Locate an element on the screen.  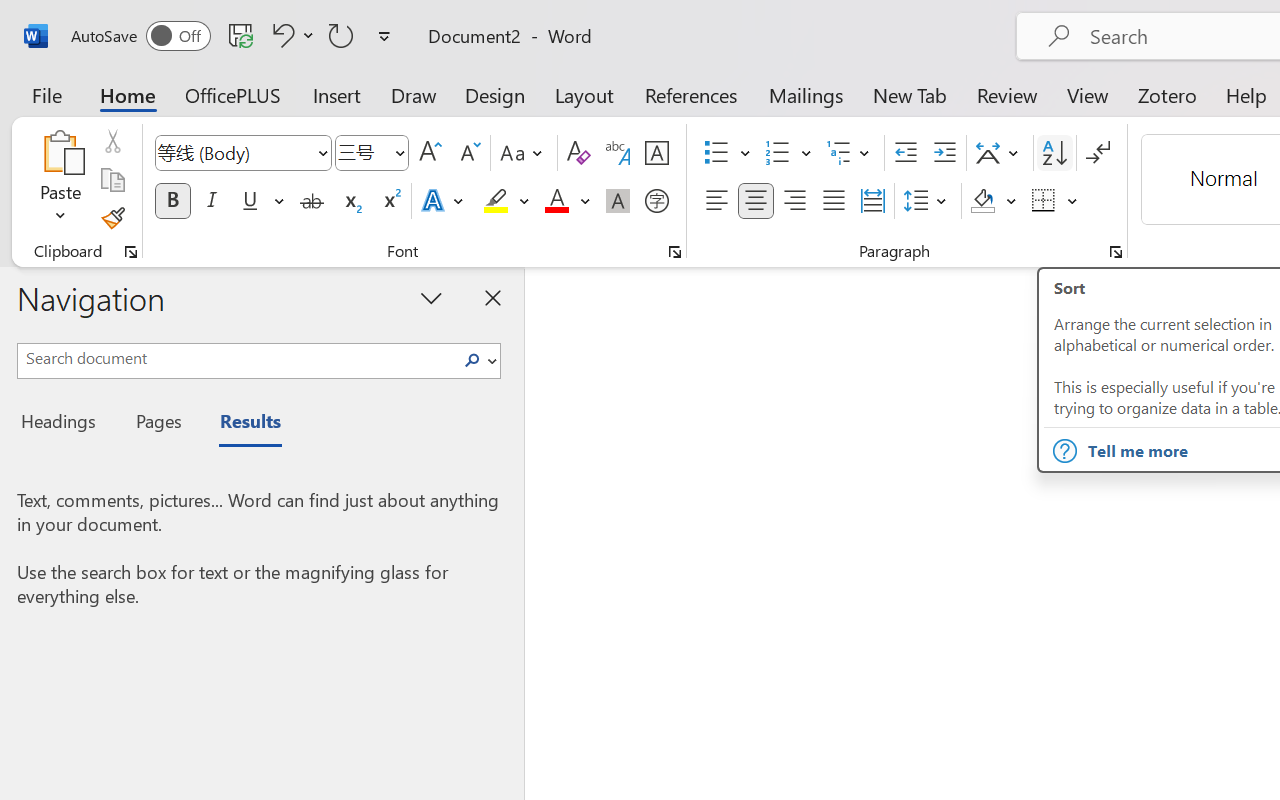
'Search document' is located at coordinates (237, 358).